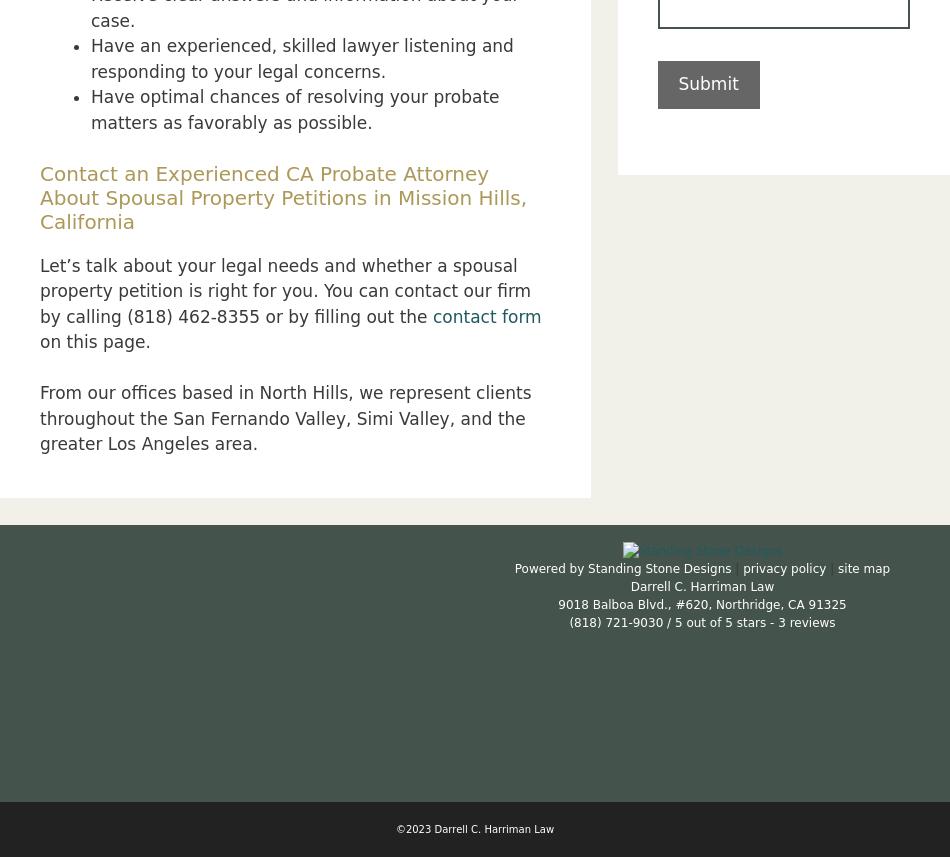 The height and width of the screenshot is (857, 950). I want to click on 'out of', so click(685, 621).